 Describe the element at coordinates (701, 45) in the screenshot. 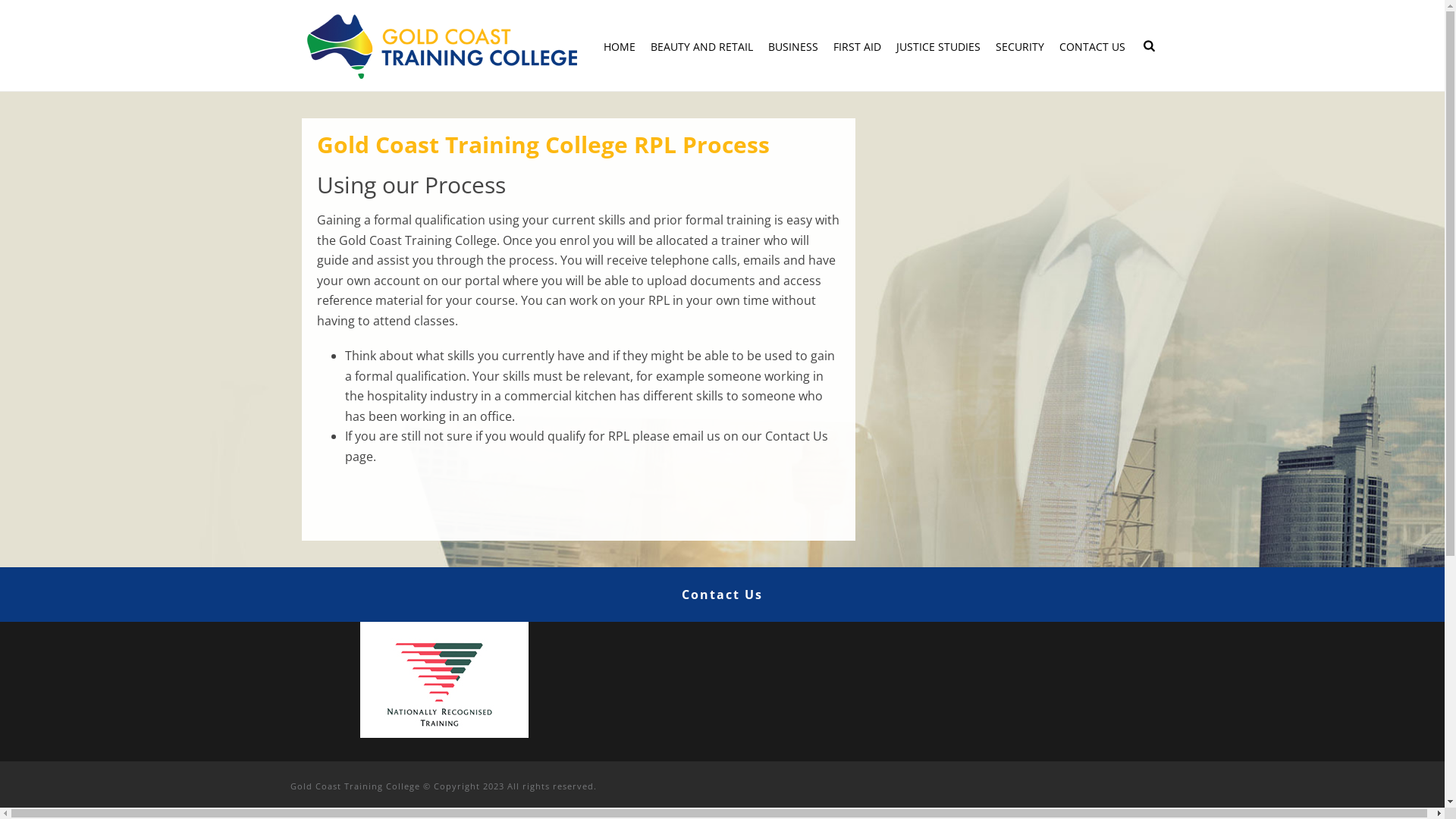

I see `'BEAUTY AND RETAIL'` at that location.